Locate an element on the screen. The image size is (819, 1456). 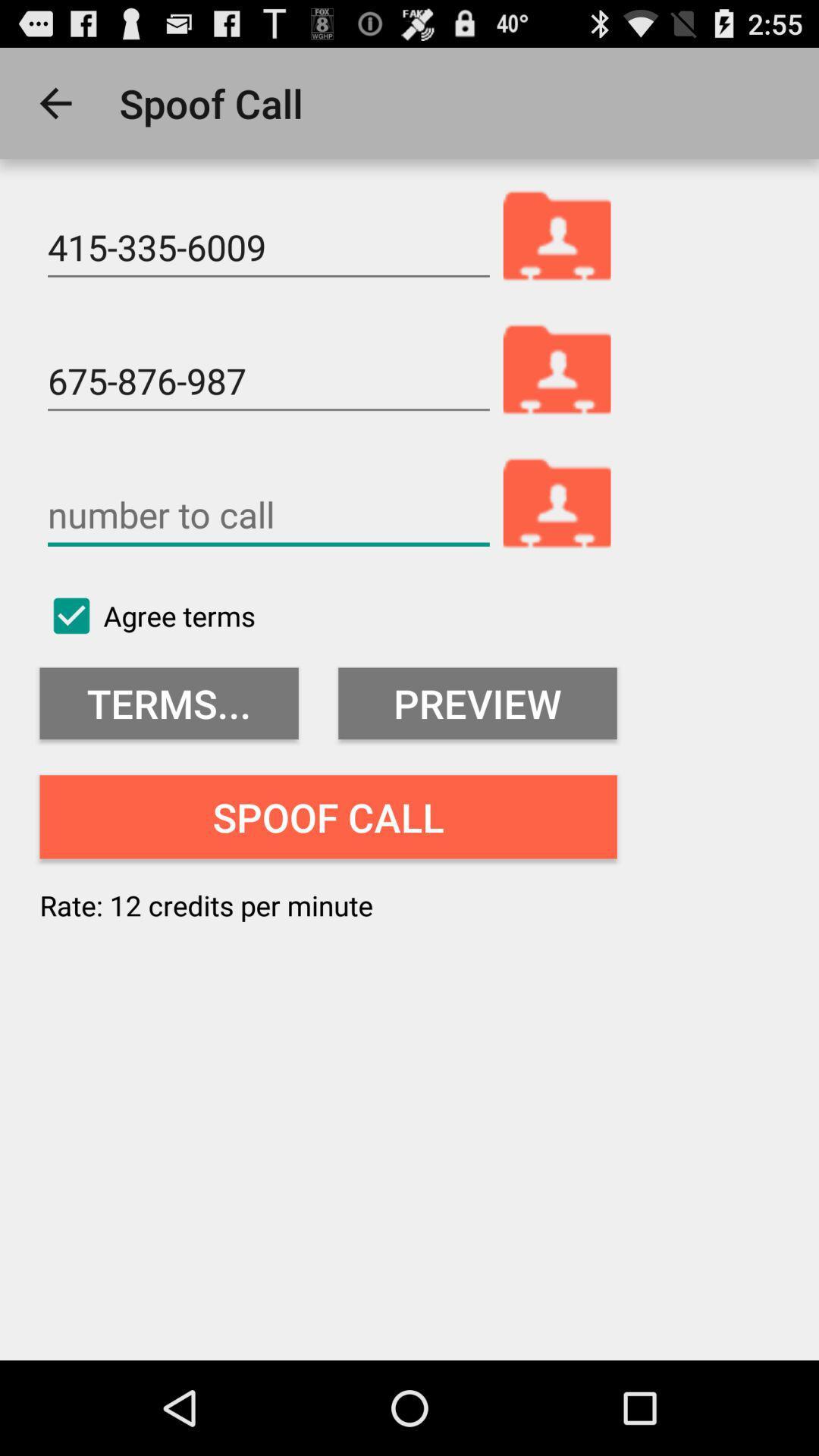
the item below 675-876-987 icon is located at coordinates (268, 515).